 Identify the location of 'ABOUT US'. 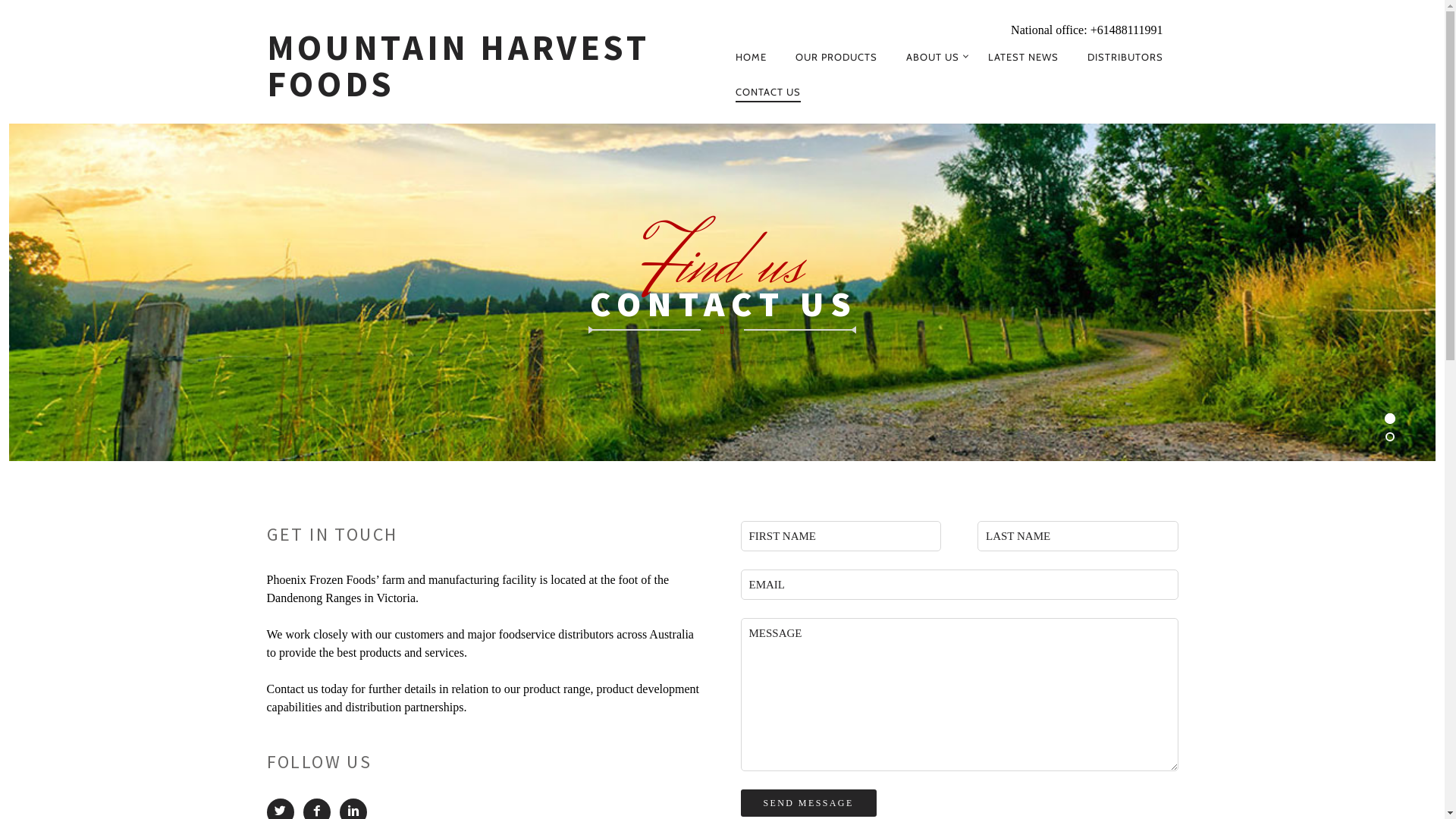
(931, 55).